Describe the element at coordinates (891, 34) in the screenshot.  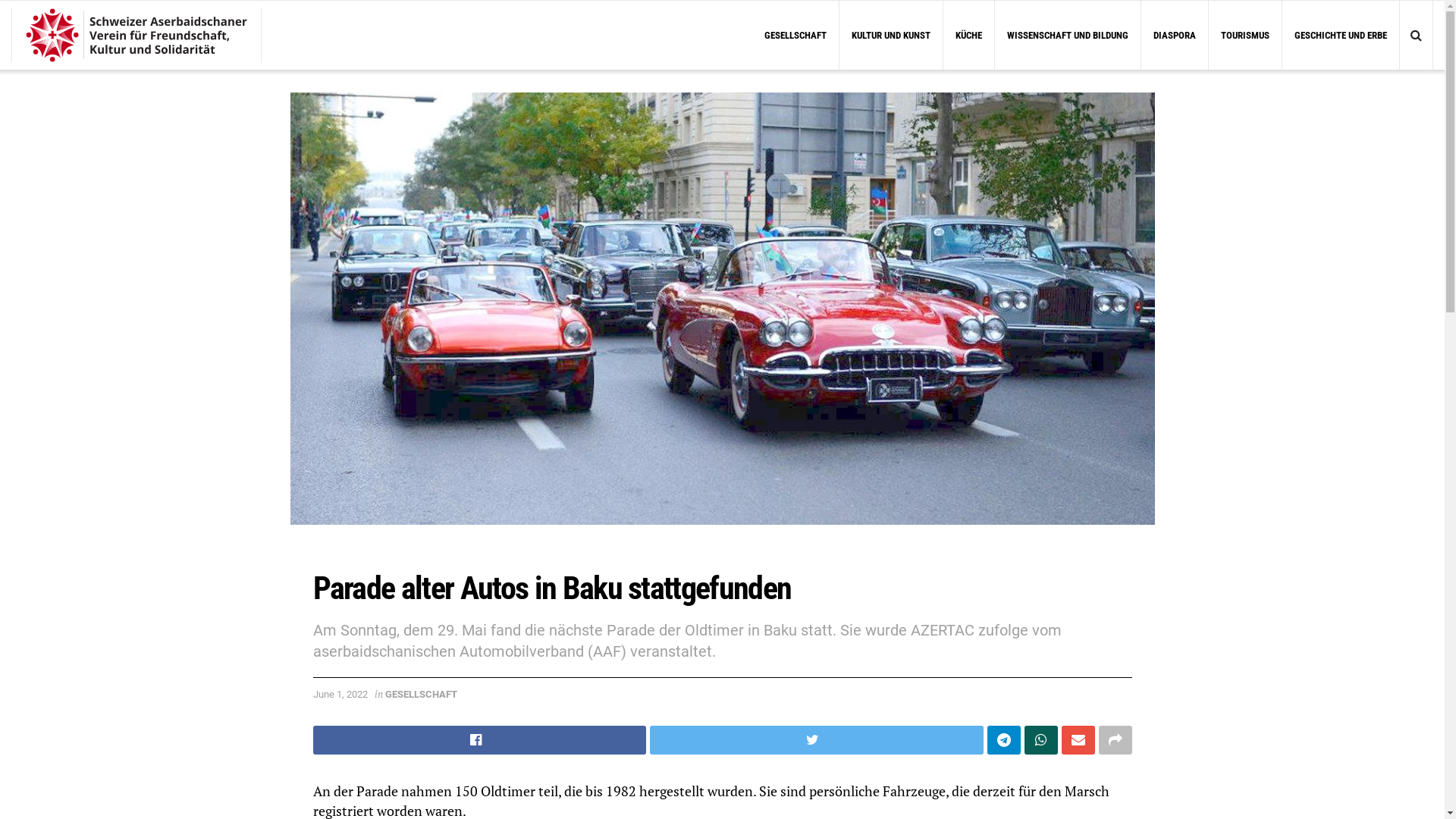
I see `'KULTUR UND KUNST'` at that location.